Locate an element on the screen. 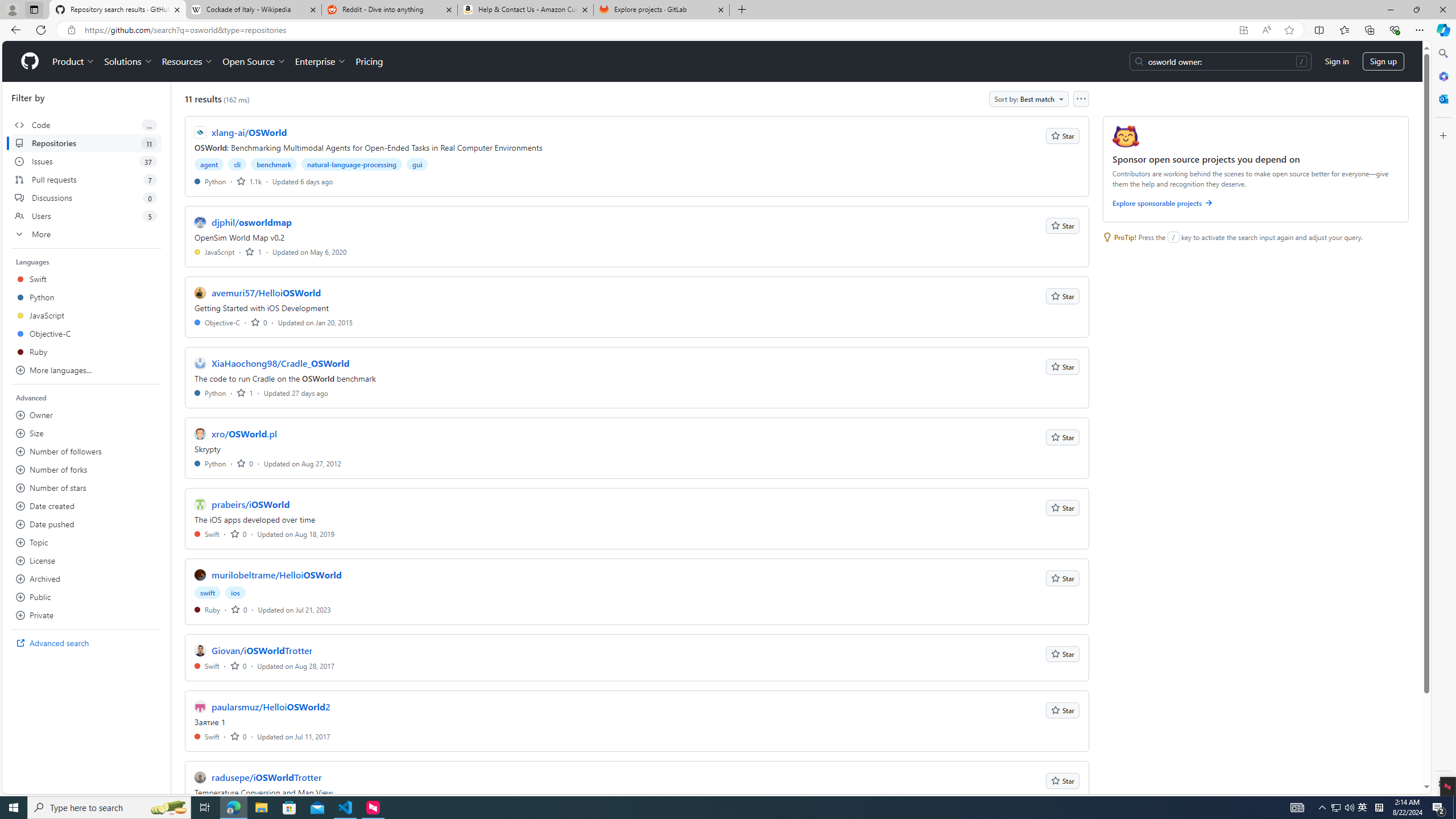 The width and height of the screenshot is (1456, 819). 'benchmark' is located at coordinates (274, 163).